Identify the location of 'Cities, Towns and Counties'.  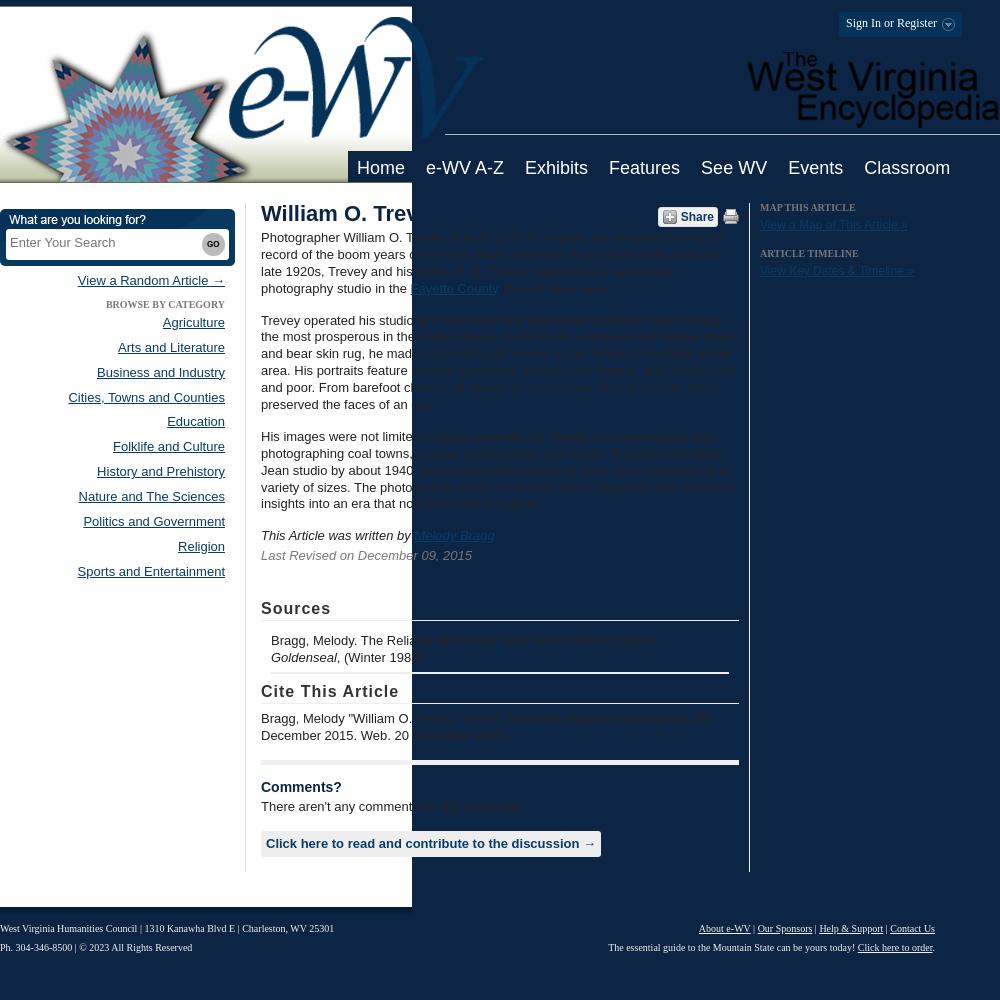
(67, 396).